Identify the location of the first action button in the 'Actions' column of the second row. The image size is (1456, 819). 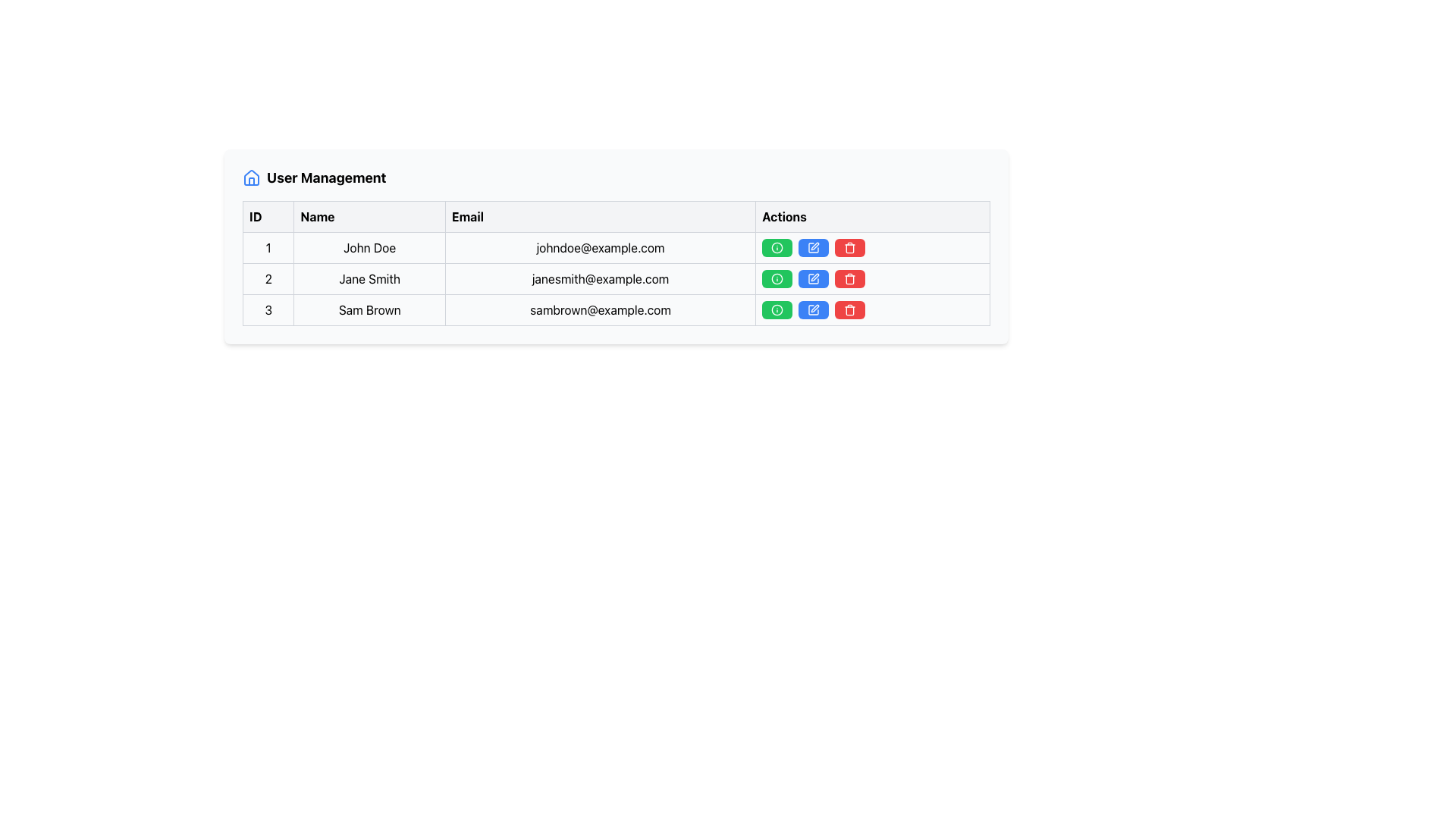
(777, 278).